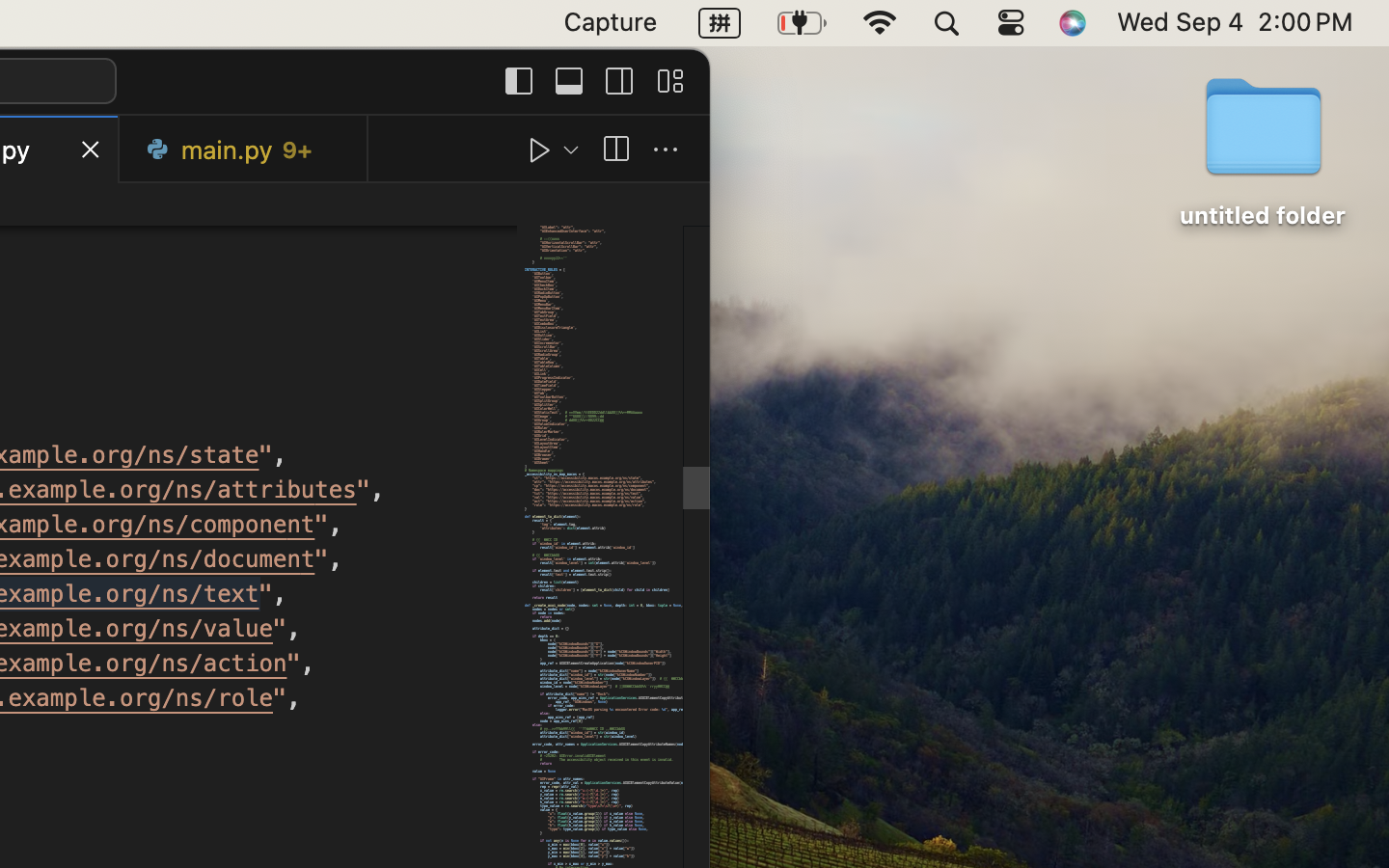 The width and height of the screenshot is (1389, 868). What do you see at coordinates (517, 79) in the screenshot?
I see `''` at bounding box center [517, 79].